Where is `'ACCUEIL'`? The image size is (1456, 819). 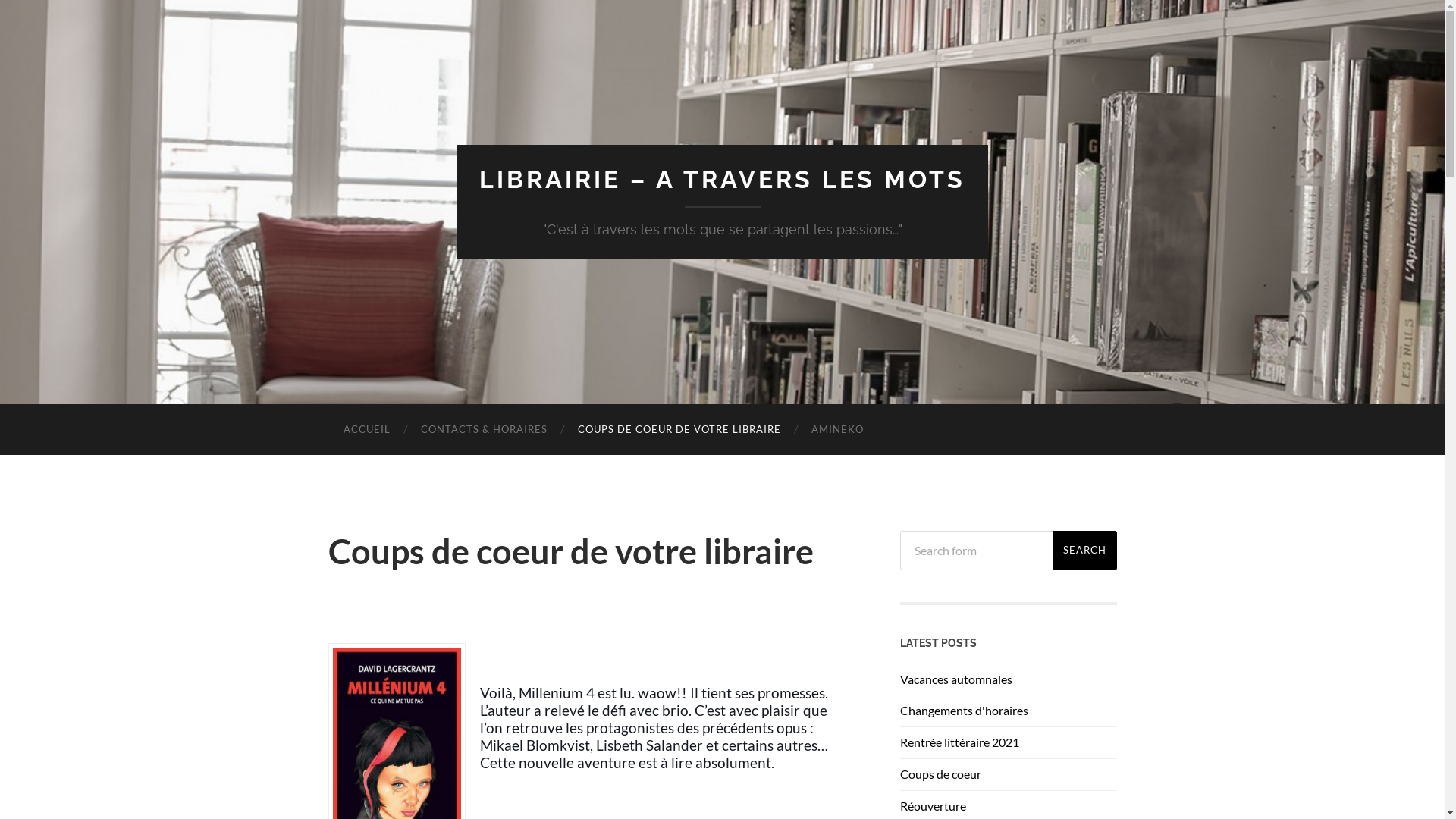 'ACCUEIL' is located at coordinates (366, 428).